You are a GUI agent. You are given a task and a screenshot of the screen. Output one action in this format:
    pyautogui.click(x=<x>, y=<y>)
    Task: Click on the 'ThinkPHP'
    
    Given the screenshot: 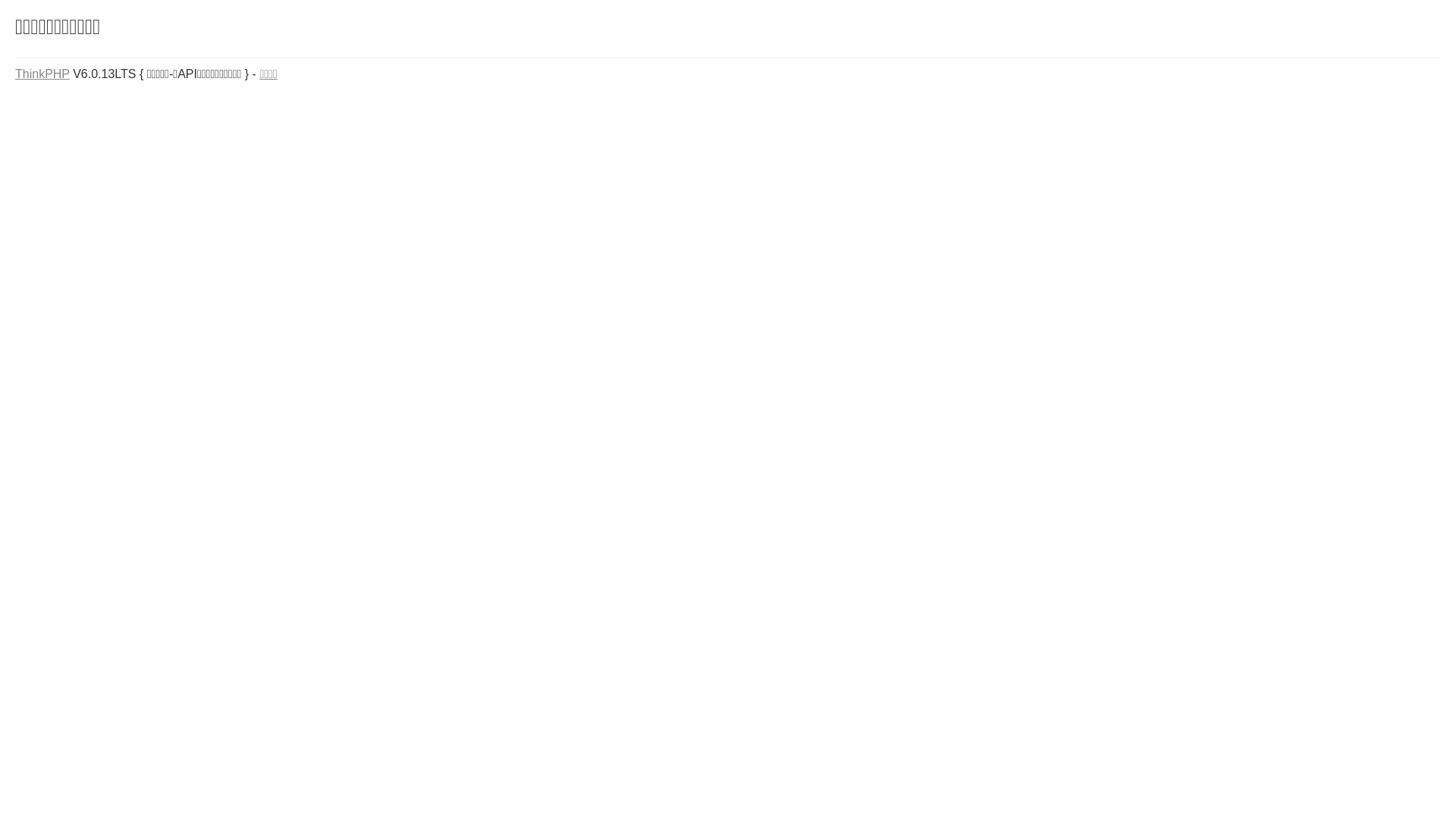 What is the action you would take?
    pyautogui.click(x=42, y=74)
    